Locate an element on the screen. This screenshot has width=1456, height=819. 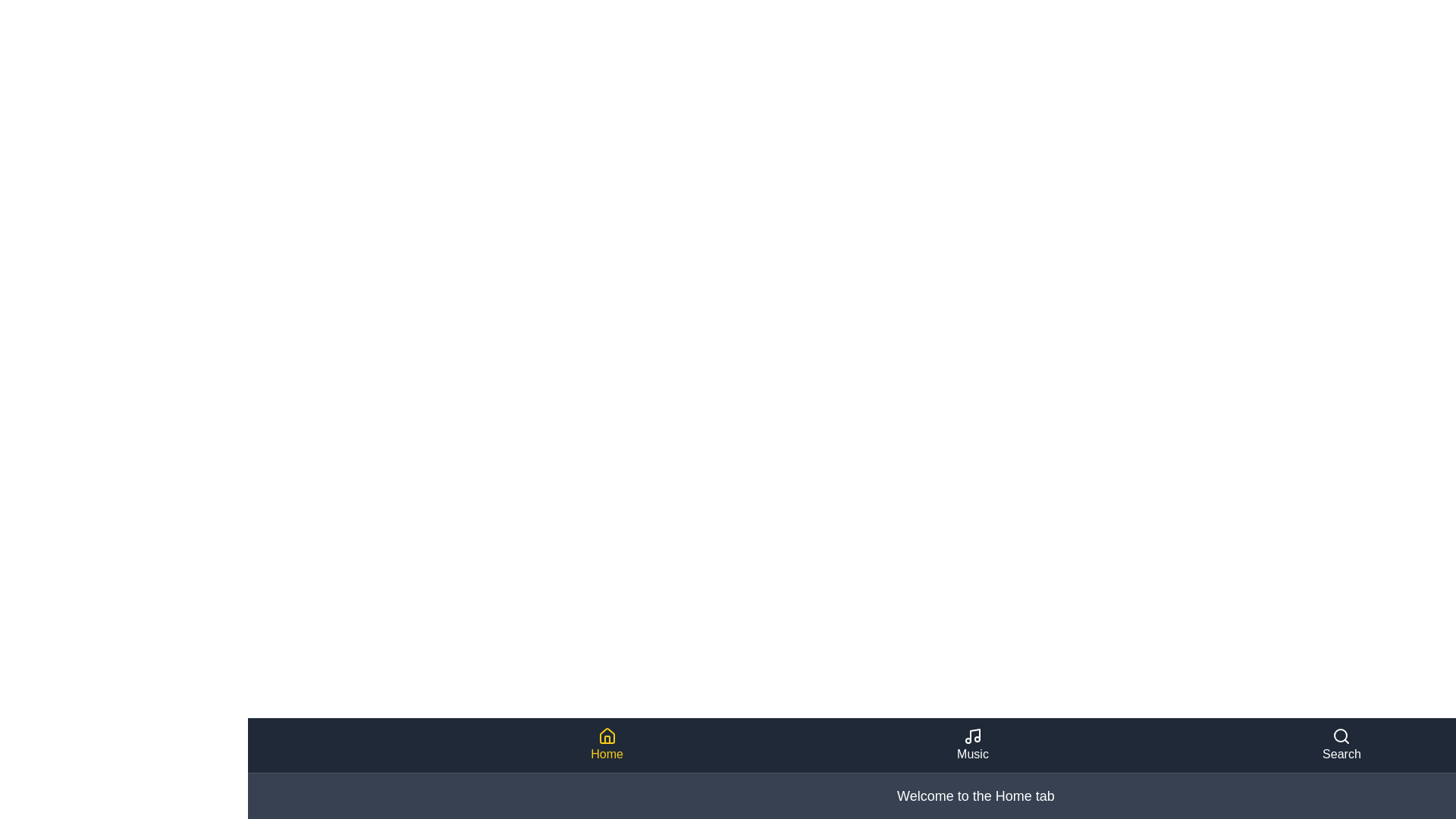
the text content of the active tab to interact with it is located at coordinates (975, 795).